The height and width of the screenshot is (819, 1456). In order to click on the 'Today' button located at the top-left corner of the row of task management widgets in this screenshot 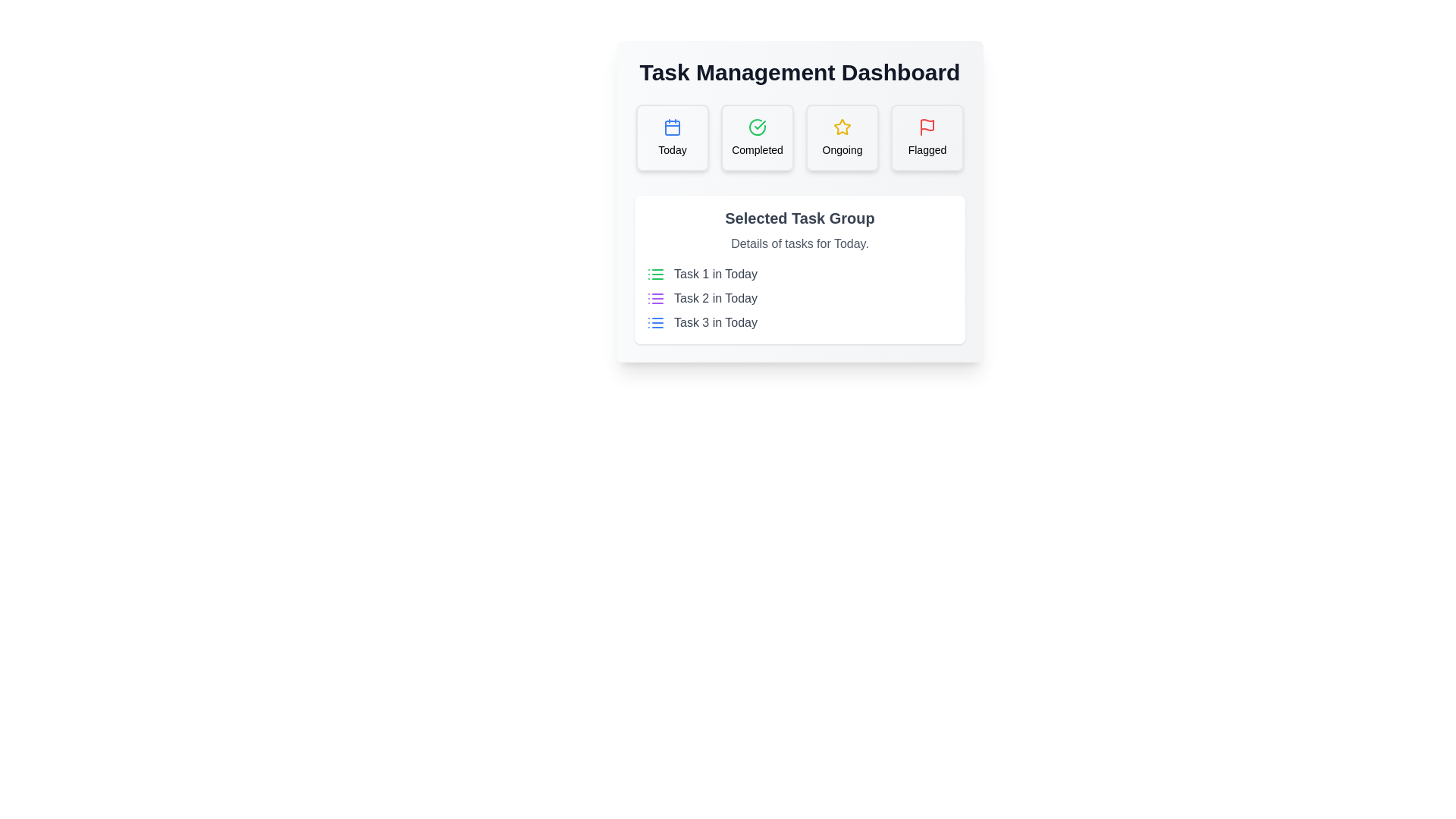, I will do `click(672, 137)`.